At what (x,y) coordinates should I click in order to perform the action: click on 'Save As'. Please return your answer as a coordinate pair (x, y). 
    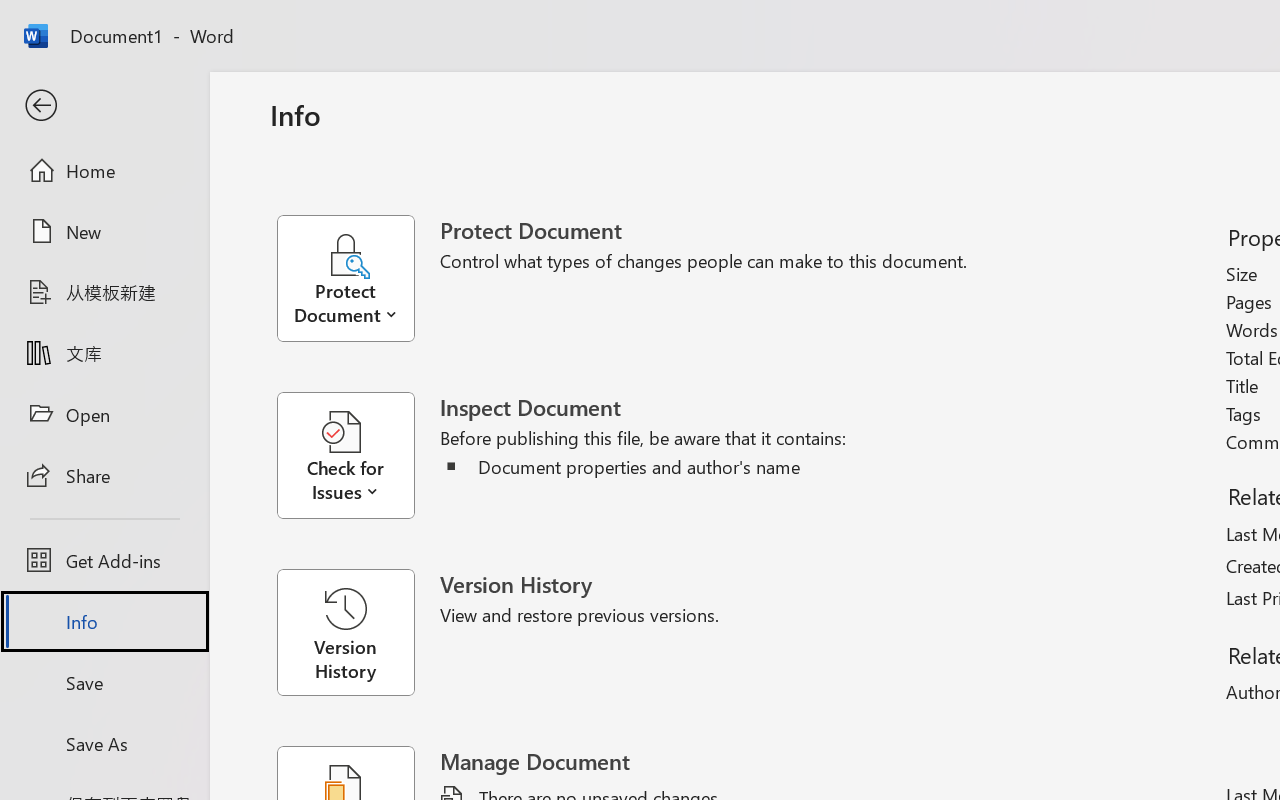
    Looking at the image, I should click on (103, 743).